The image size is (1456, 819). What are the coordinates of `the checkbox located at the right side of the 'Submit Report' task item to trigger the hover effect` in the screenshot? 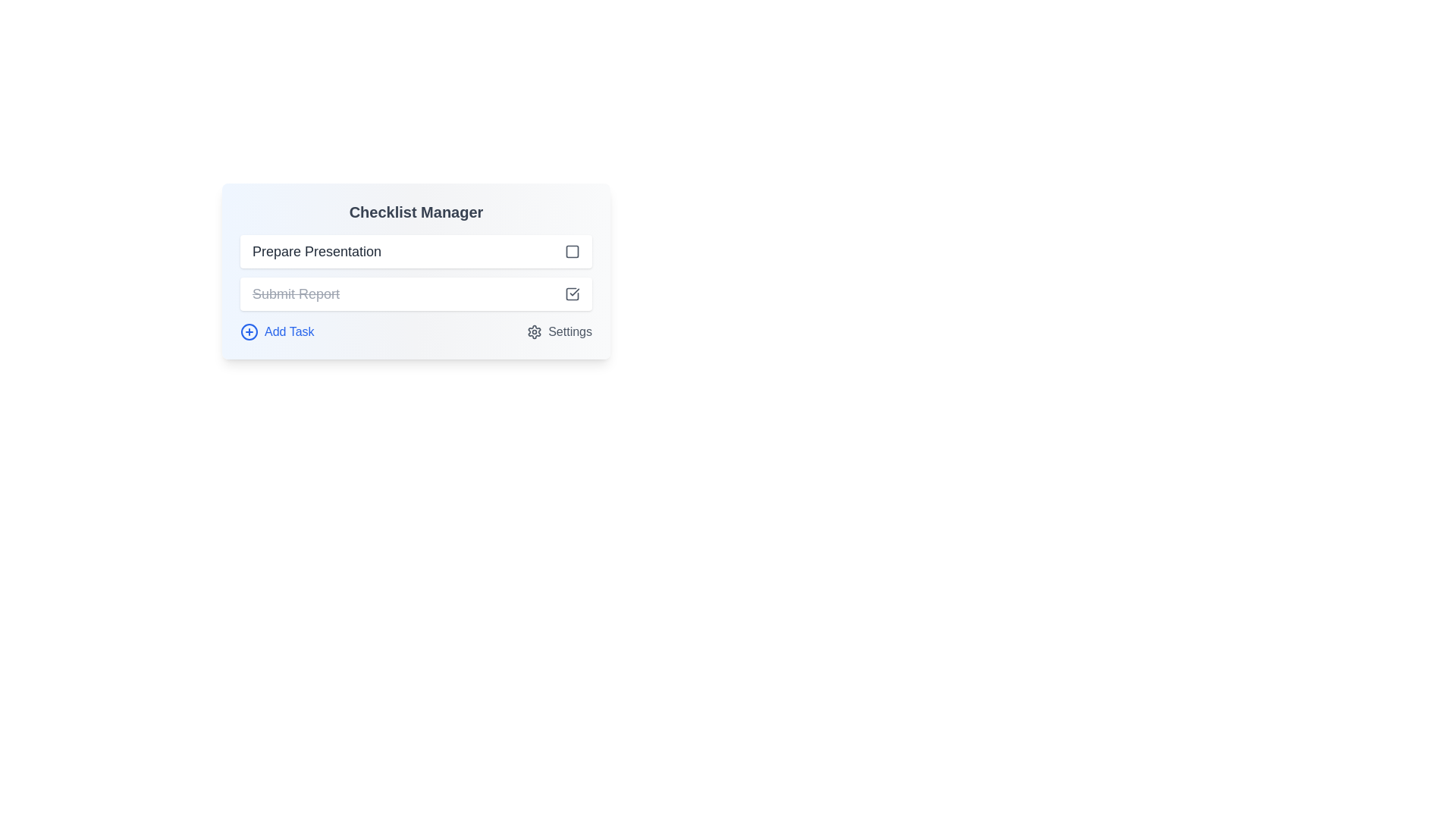 It's located at (571, 294).